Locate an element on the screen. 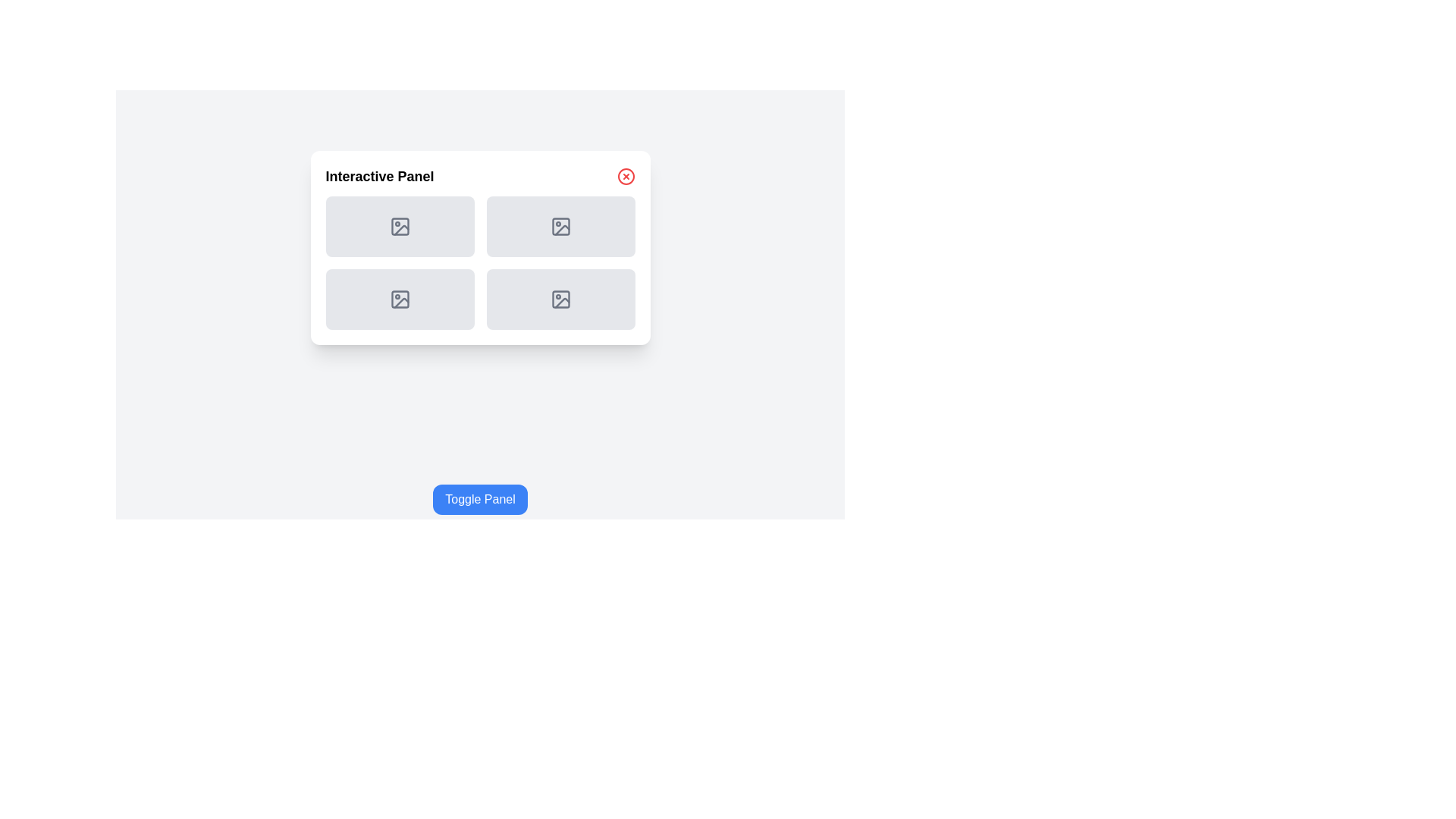 The image size is (1456, 819). the Close Button located in the upper-right corner of the 'Interactive Panel' is located at coordinates (626, 175).